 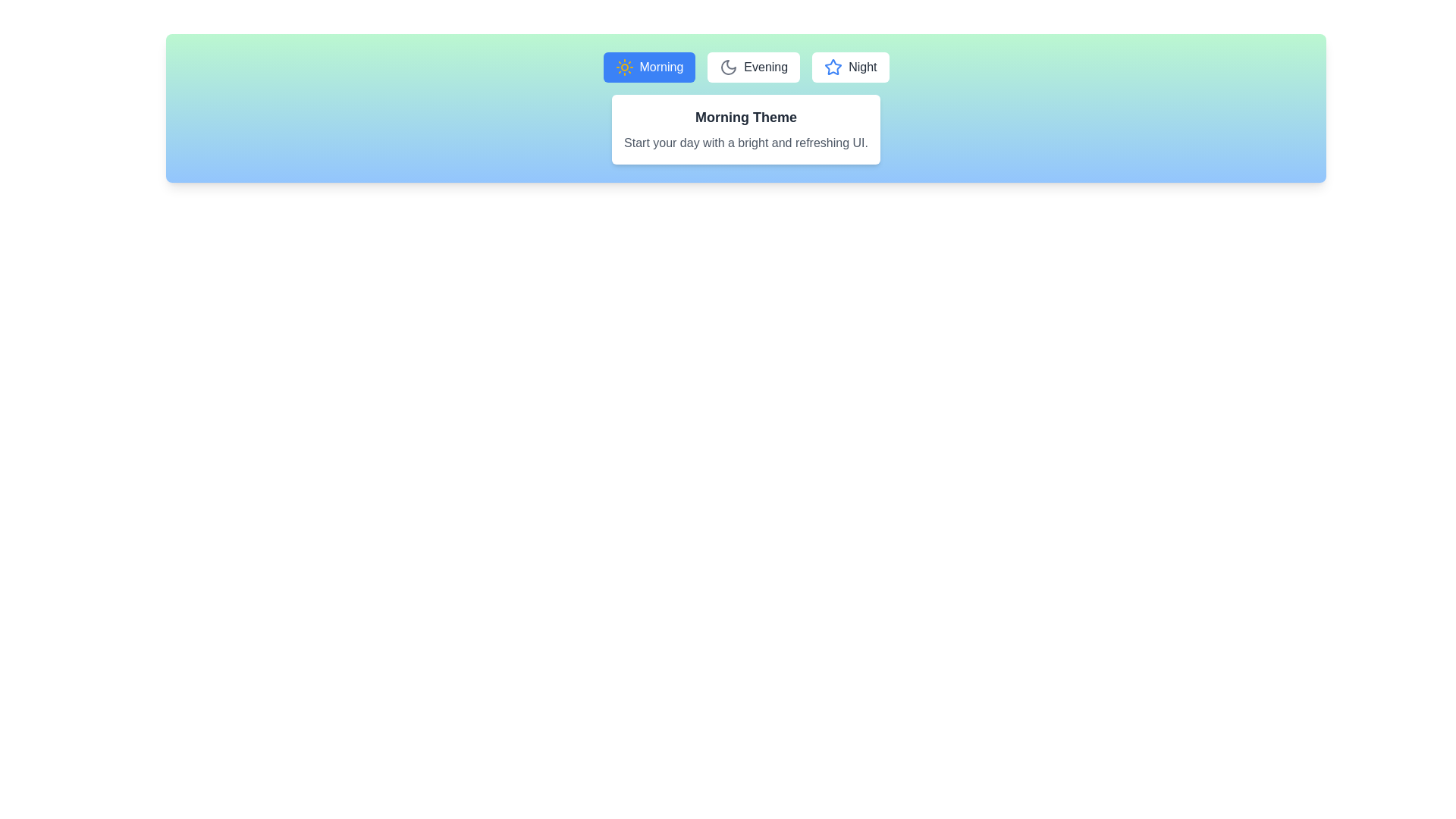 I want to click on the button labeled Evening, so click(x=754, y=66).